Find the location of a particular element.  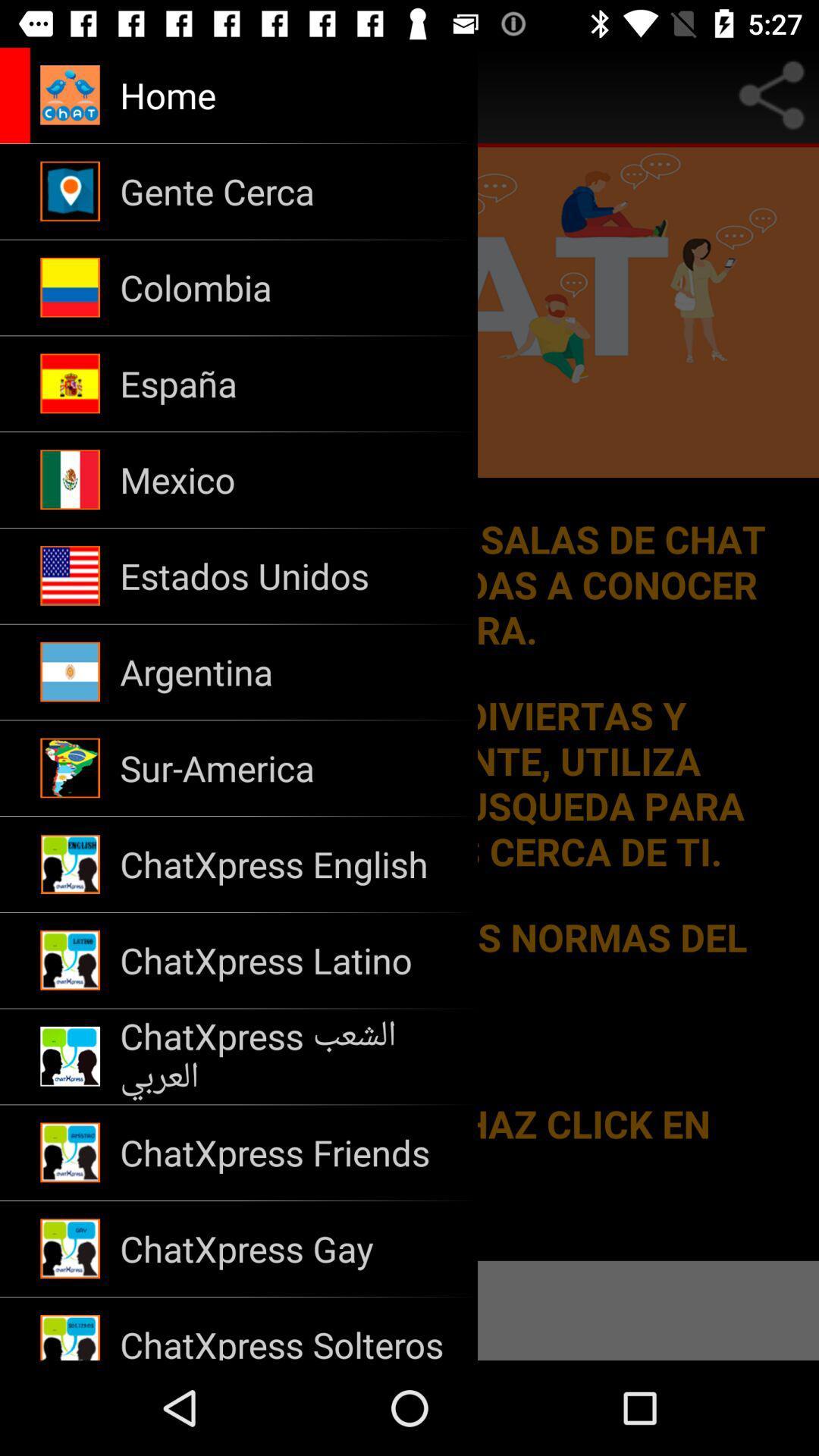

the chatxpress friends icon is located at coordinates (289, 1153).